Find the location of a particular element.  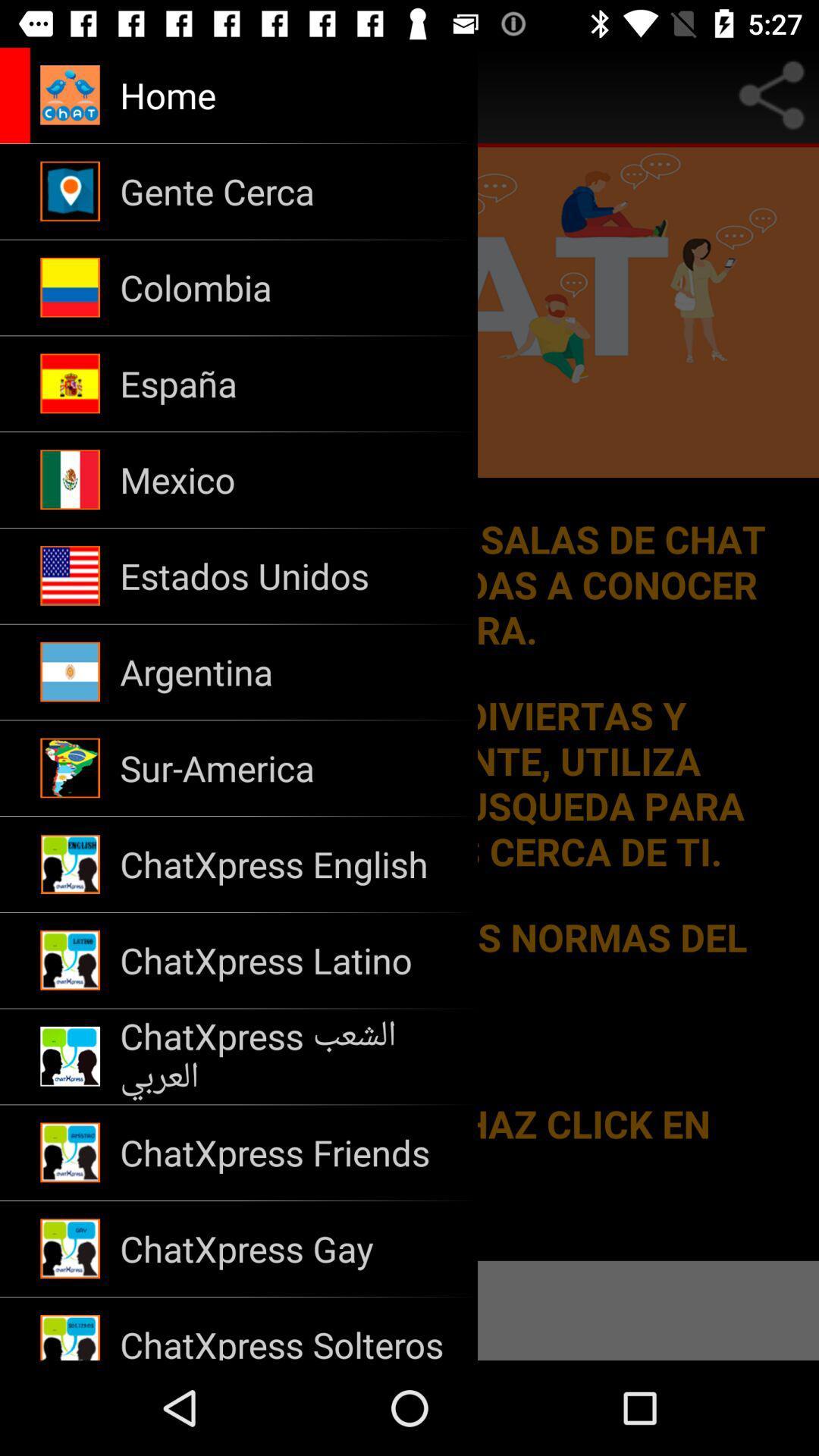

the chatxpress friends icon is located at coordinates (289, 1153).